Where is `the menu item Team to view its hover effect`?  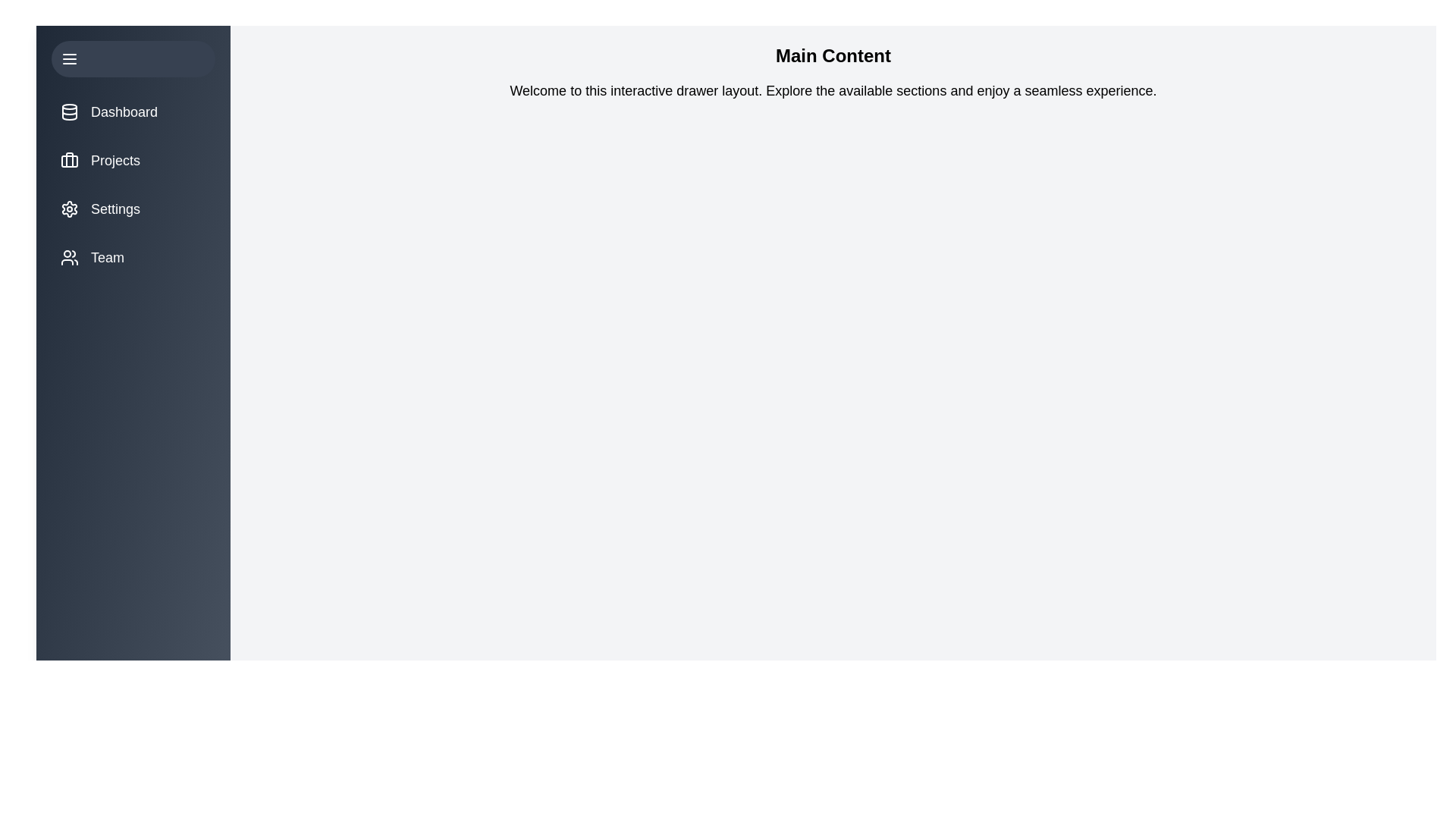
the menu item Team to view its hover effect is located at coordinates (133, 256).